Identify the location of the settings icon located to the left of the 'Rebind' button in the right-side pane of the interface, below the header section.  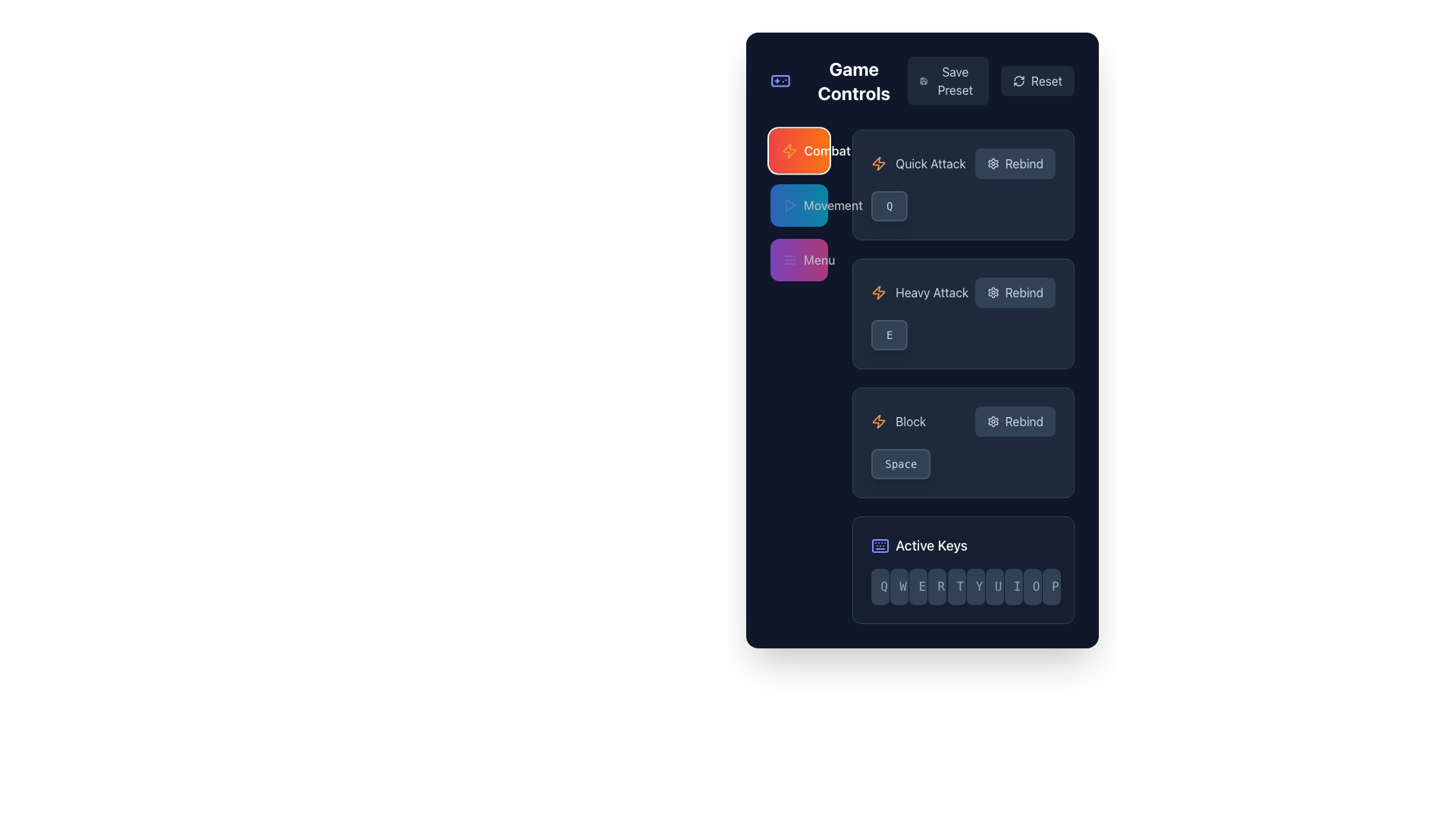
(993, 164).